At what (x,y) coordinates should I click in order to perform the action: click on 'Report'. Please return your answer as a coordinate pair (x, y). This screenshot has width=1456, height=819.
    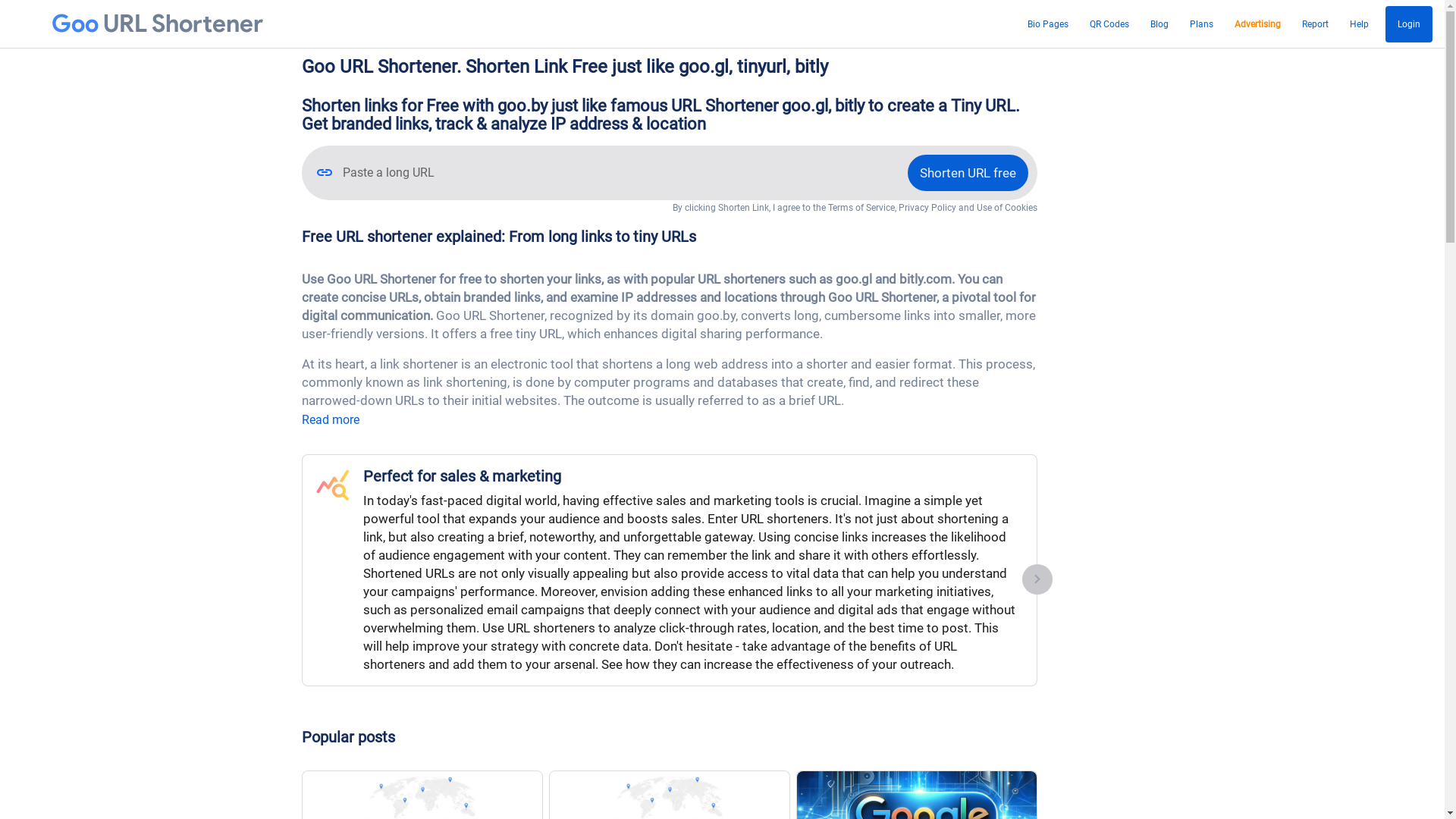
    Looking at the image, I should click on (1314, 24).